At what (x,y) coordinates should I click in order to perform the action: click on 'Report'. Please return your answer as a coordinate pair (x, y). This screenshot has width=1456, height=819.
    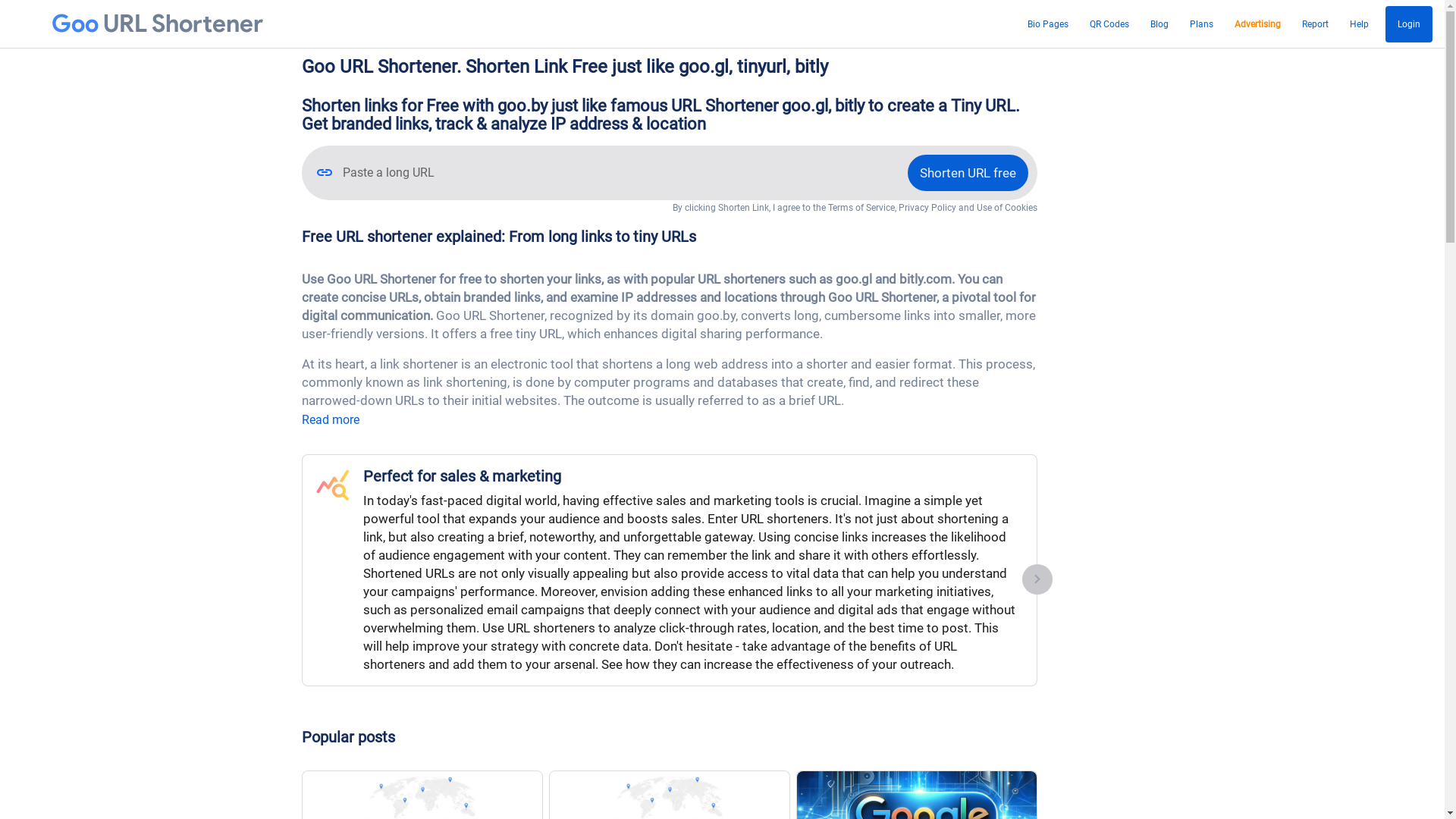
    Looking at the image, I should click on (1314, 24).